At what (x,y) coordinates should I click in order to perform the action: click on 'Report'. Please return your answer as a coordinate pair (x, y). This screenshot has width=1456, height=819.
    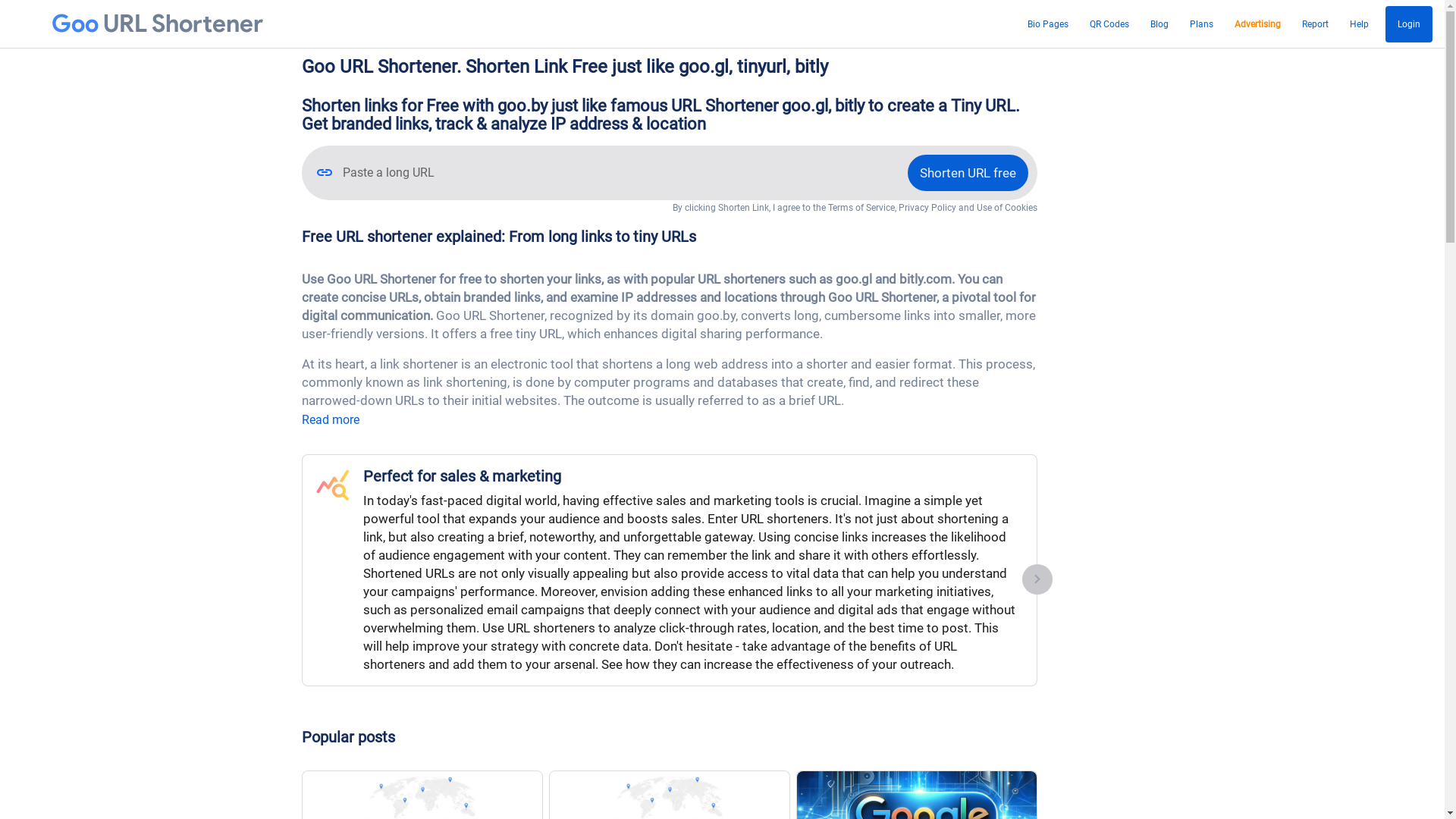
    Looking at the image, I should click on (1314, 24).